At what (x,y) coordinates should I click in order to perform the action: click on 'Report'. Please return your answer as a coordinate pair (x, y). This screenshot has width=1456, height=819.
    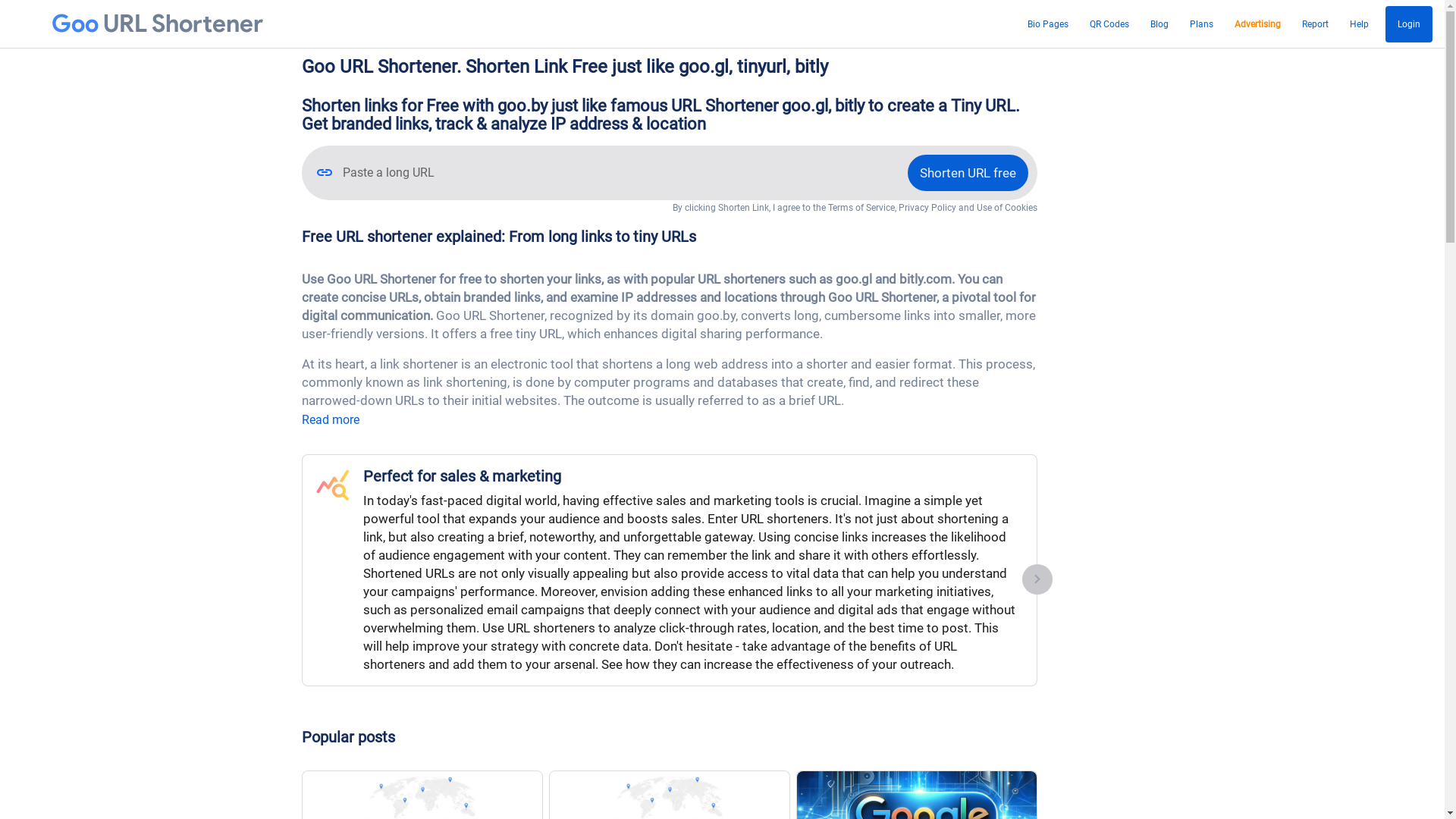
    Looking at the image, I should click on (1314, 24).